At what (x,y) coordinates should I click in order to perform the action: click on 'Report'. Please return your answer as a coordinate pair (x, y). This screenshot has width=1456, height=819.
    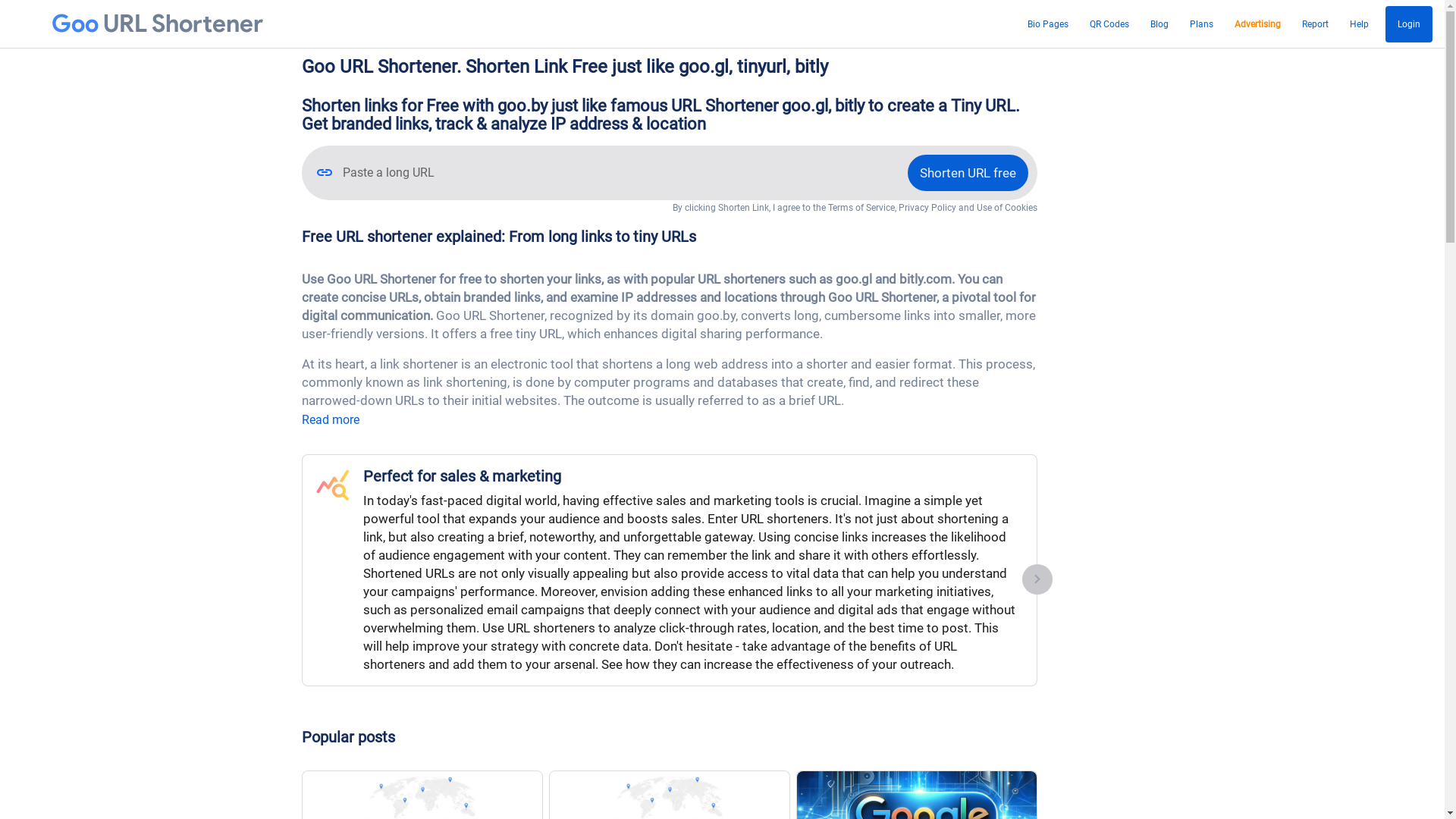
    Looking at the image, I should click on (1314, 24).